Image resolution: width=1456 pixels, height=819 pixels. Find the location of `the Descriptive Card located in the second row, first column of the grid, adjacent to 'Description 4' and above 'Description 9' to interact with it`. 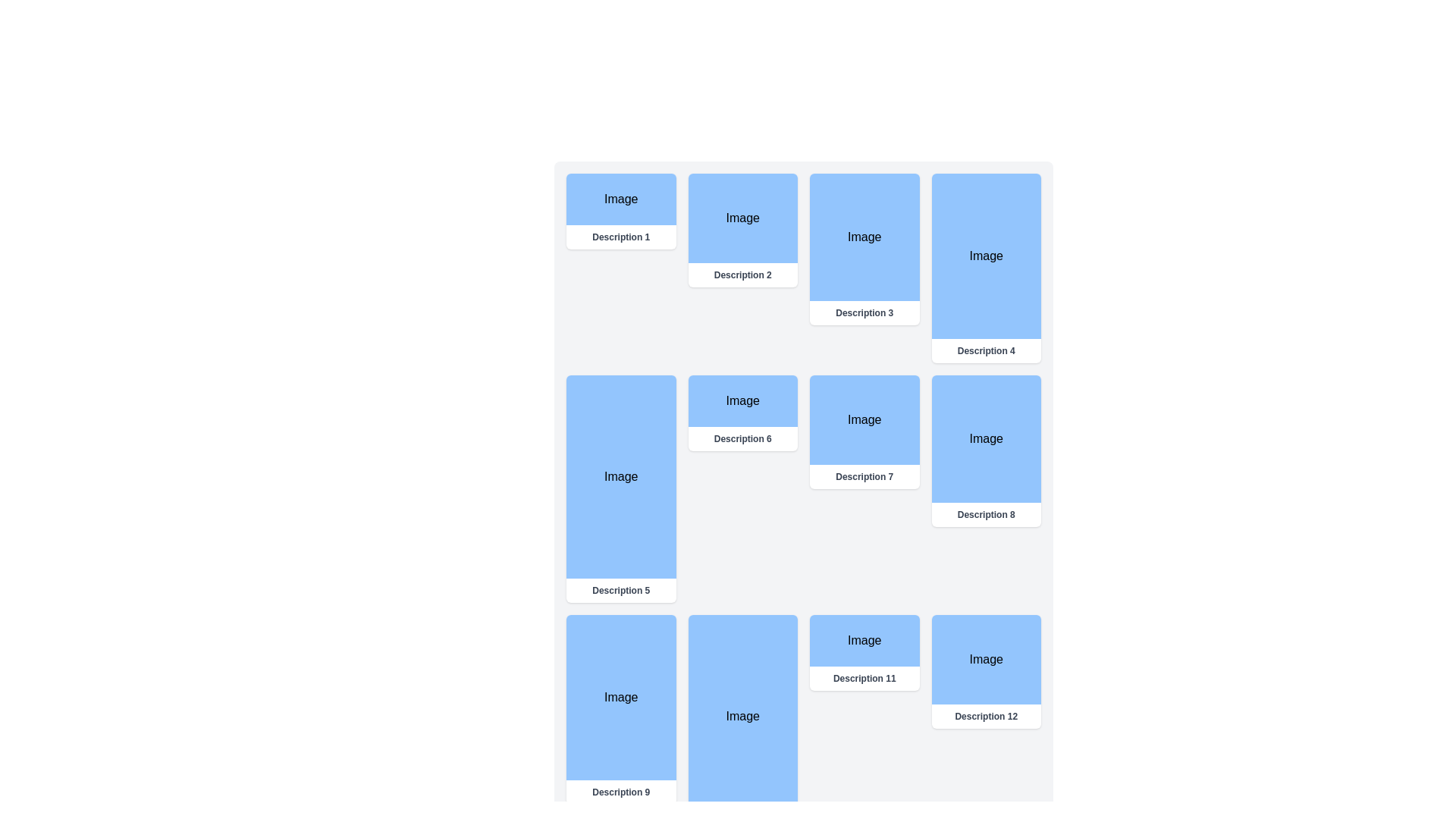

the Descriptive Card located in the second row, first column of the grid, adjacent to 'Description 4' and above 'Description 9' to interact with it is located at coordinates (621, 488).